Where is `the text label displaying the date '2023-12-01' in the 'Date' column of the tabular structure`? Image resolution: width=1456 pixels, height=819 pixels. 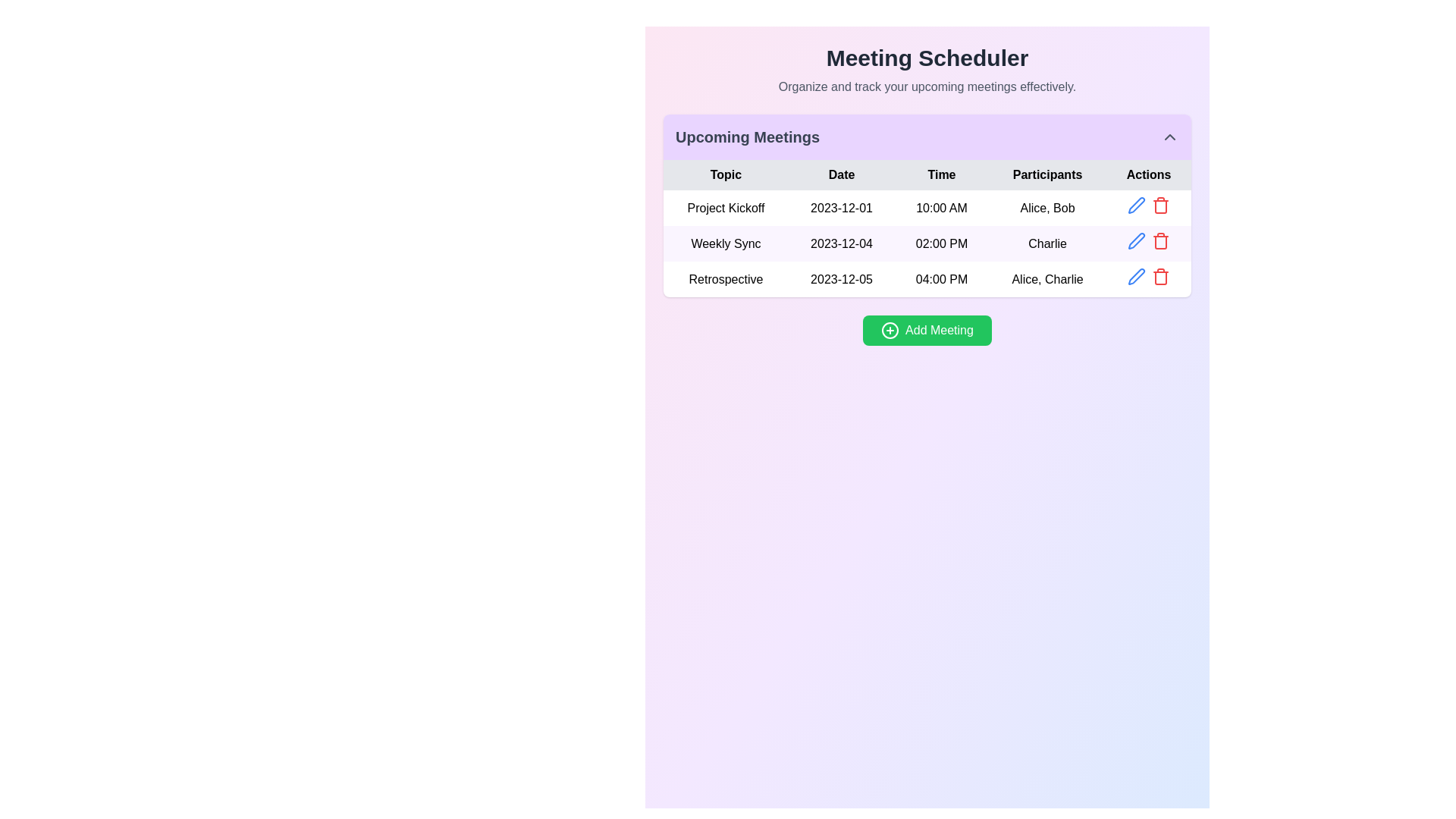
the text label displaying the date '2023-12-01' in the 'Date' column of the tabular structure is located at coordinates (840, 208).